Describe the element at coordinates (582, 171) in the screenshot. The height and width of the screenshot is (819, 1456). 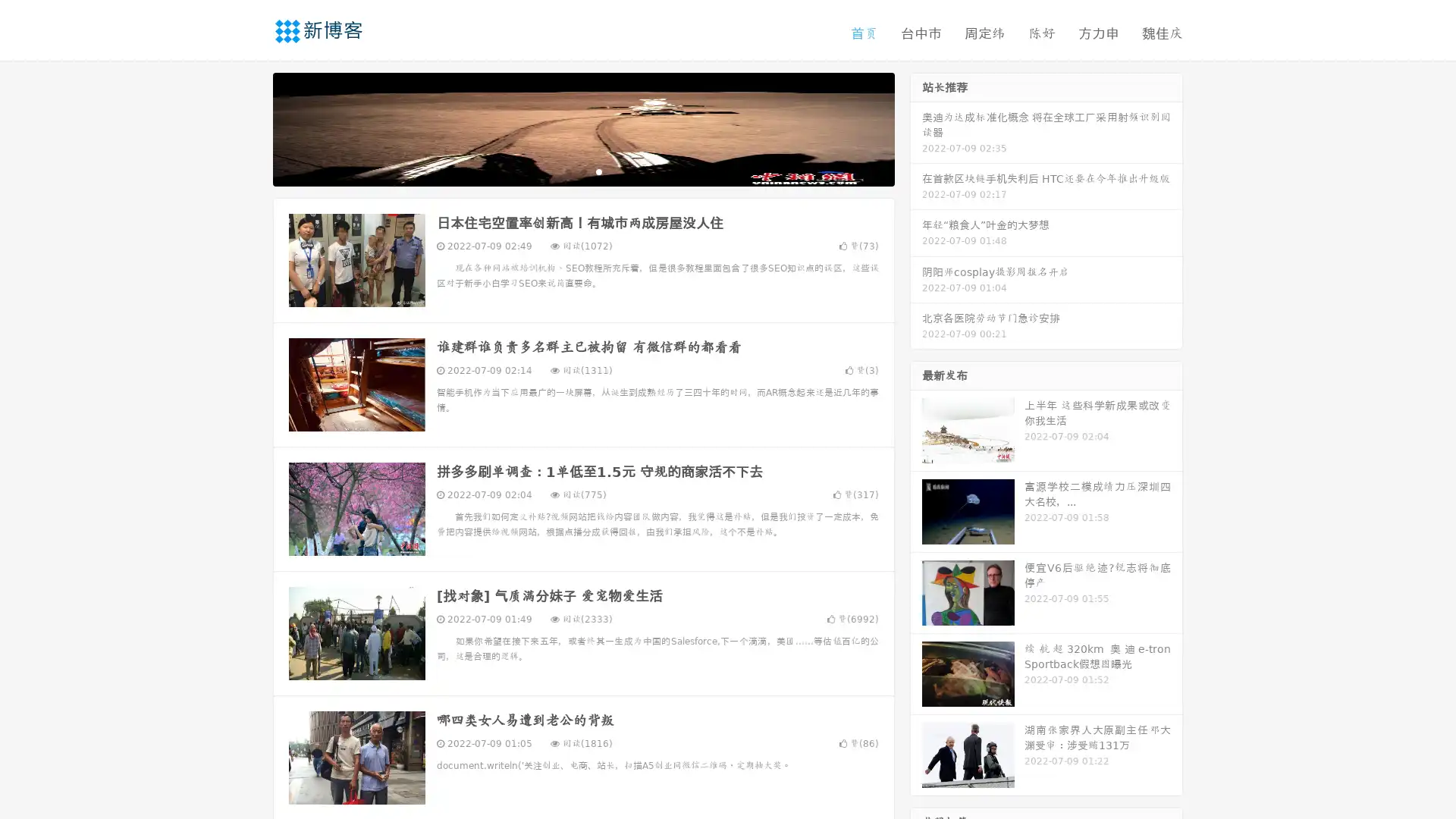
I see `Go to slide 2` at that location.